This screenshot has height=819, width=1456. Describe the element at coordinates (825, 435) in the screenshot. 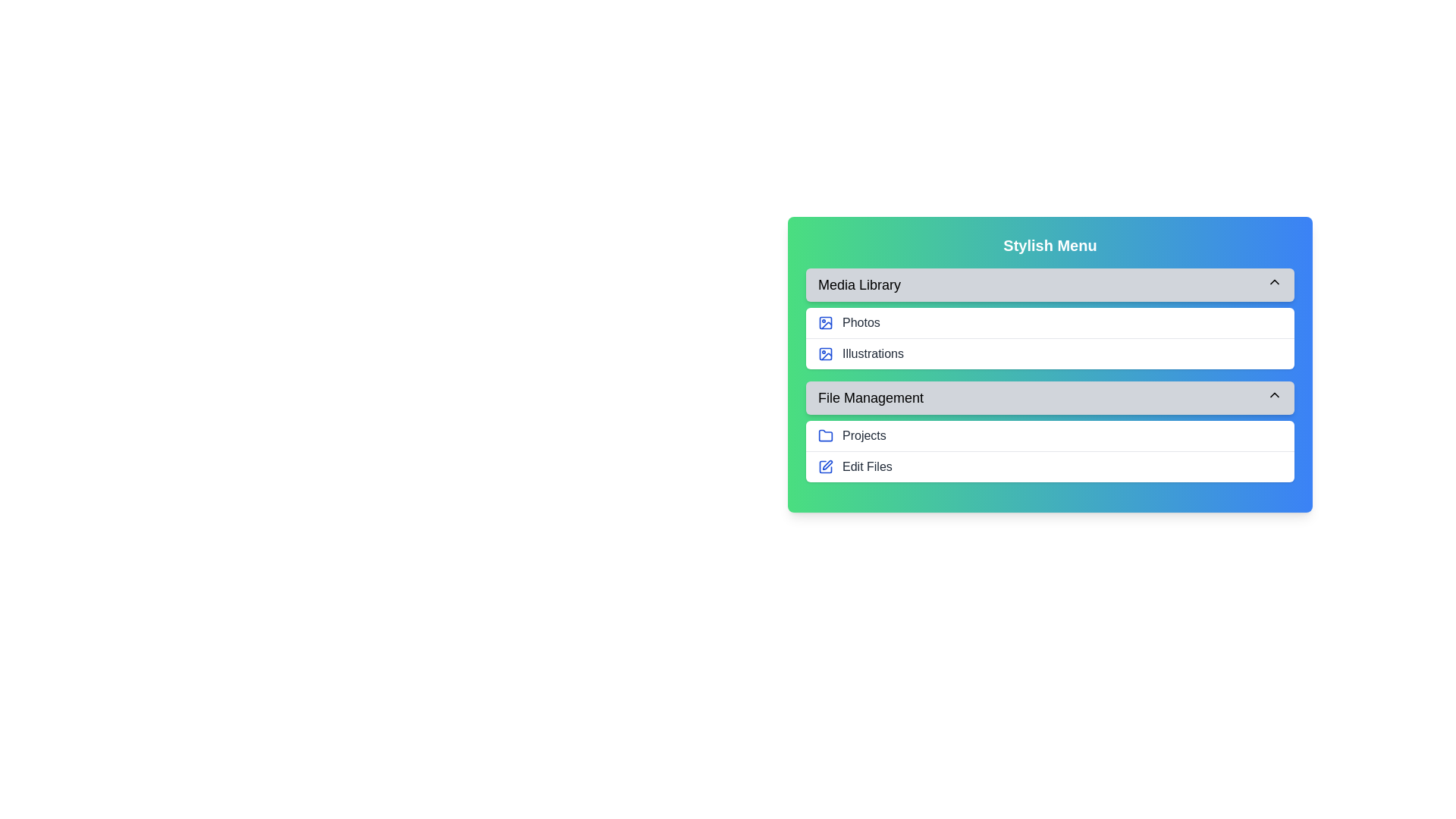

I see `the folder icon located to the left of the 'Projects' label in the 'File Management' section` at that location.